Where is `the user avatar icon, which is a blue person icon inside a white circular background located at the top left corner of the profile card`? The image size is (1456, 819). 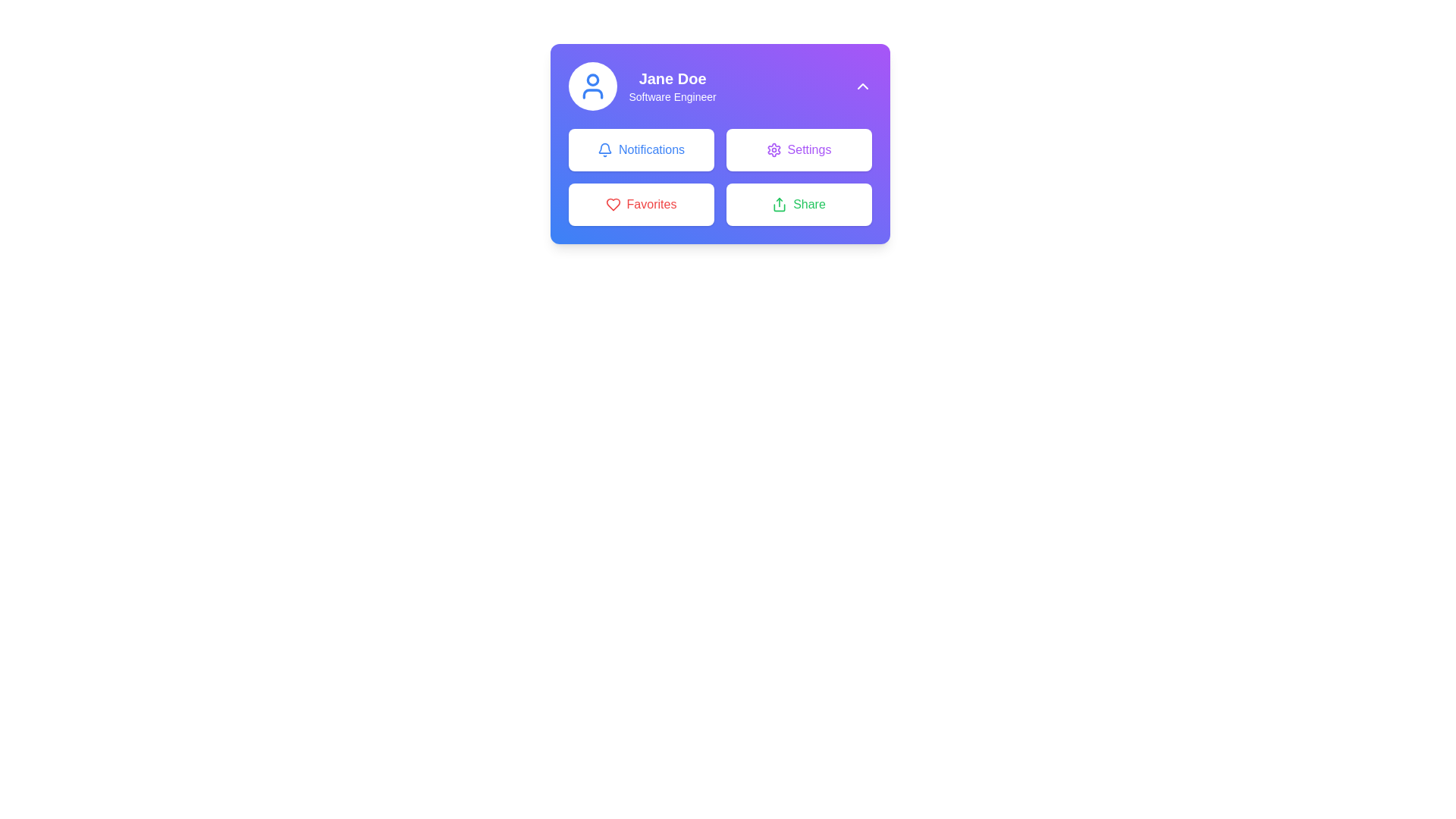
the user avatar icon, which is a blue person icon inside a white circular background located at the top left corner of the profile card is located at coordinates (591, 86).